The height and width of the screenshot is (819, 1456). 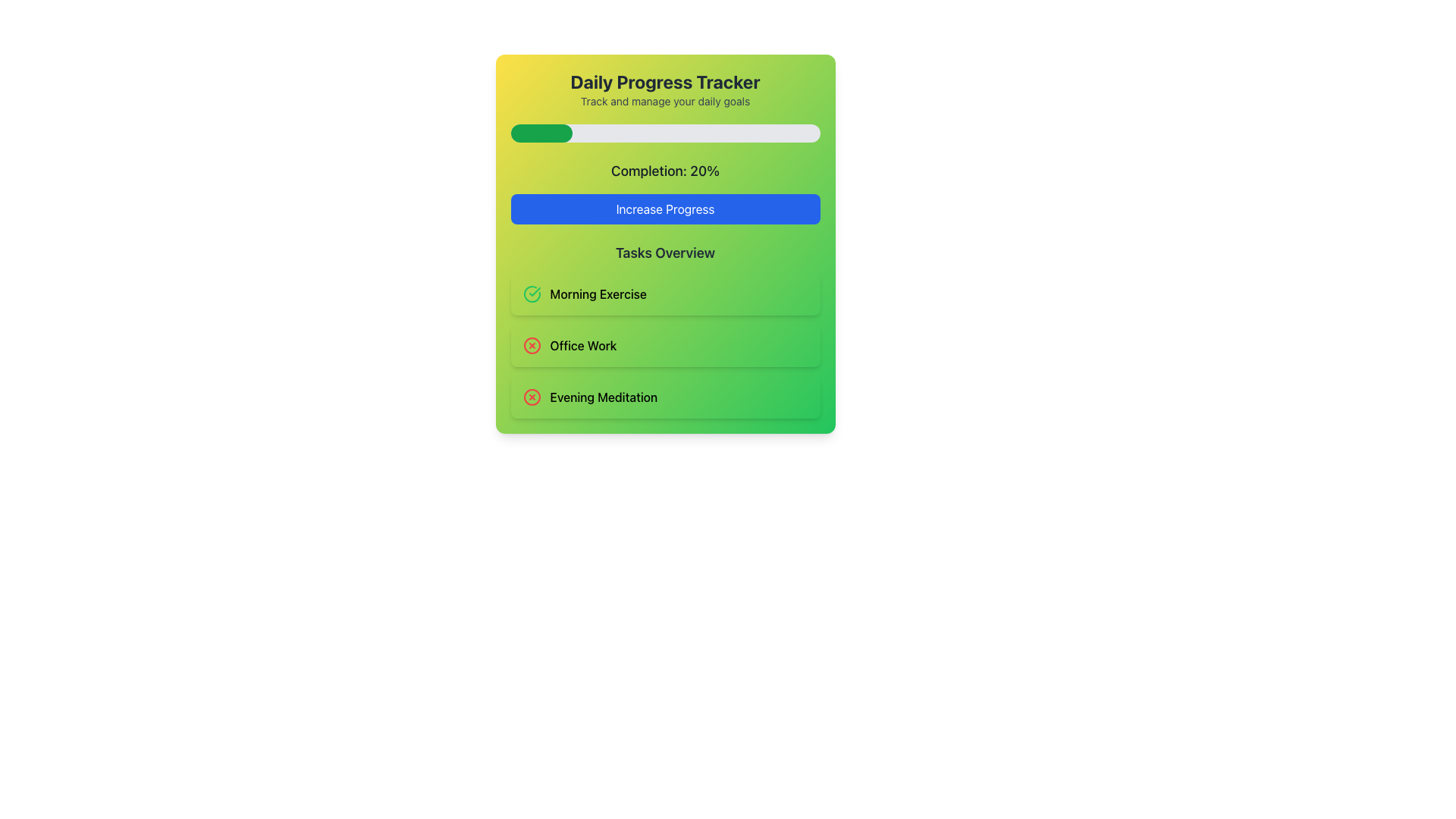 I want to click on the 'Increase Progress' button, which is a rectangular button with a blue background and white text, located centrally below the 'Completion: 20%' text, so click(x=665, y=209).